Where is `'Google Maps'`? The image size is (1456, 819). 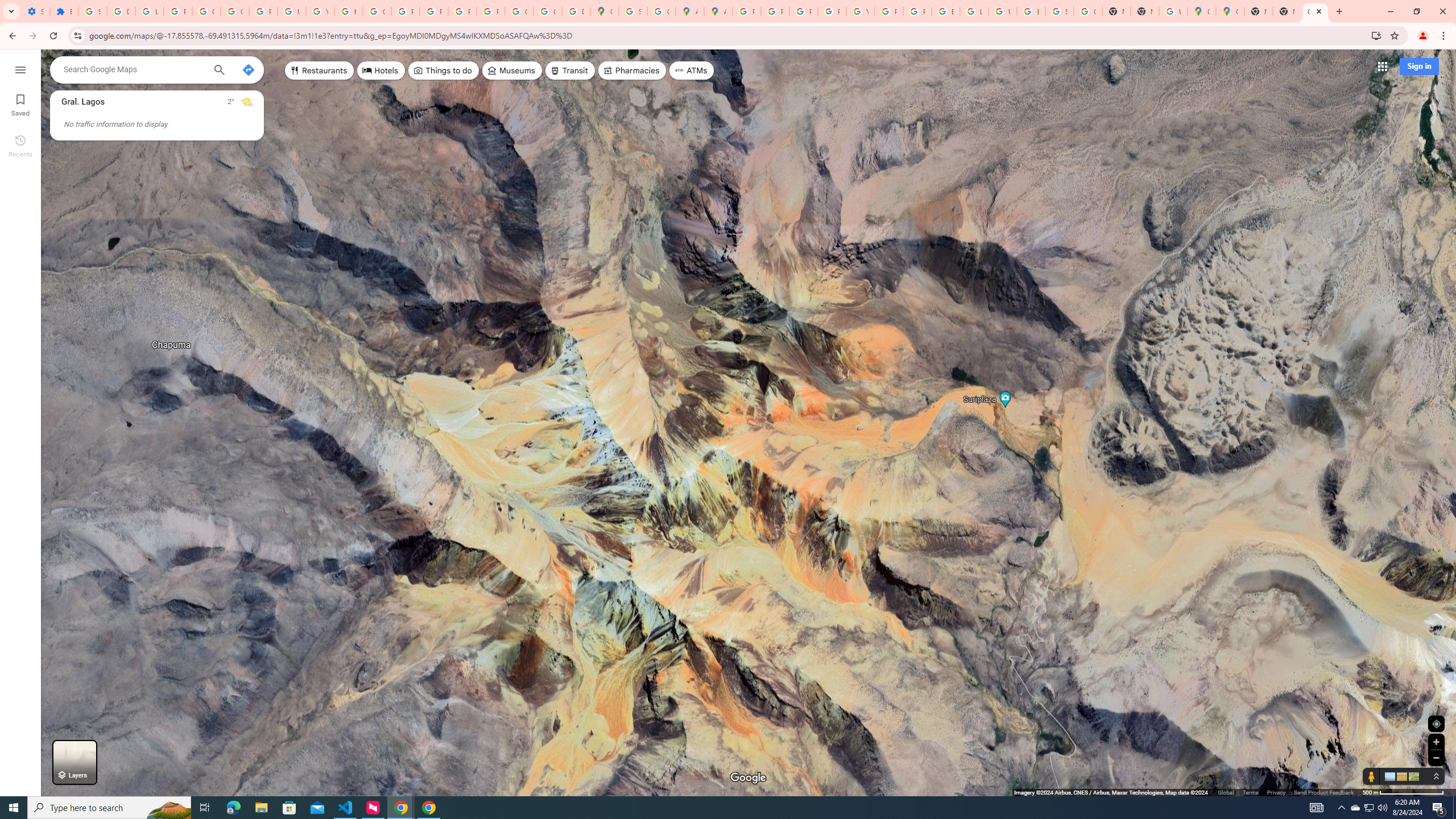
'Google Maps' is located at coordinates (1230, 11).